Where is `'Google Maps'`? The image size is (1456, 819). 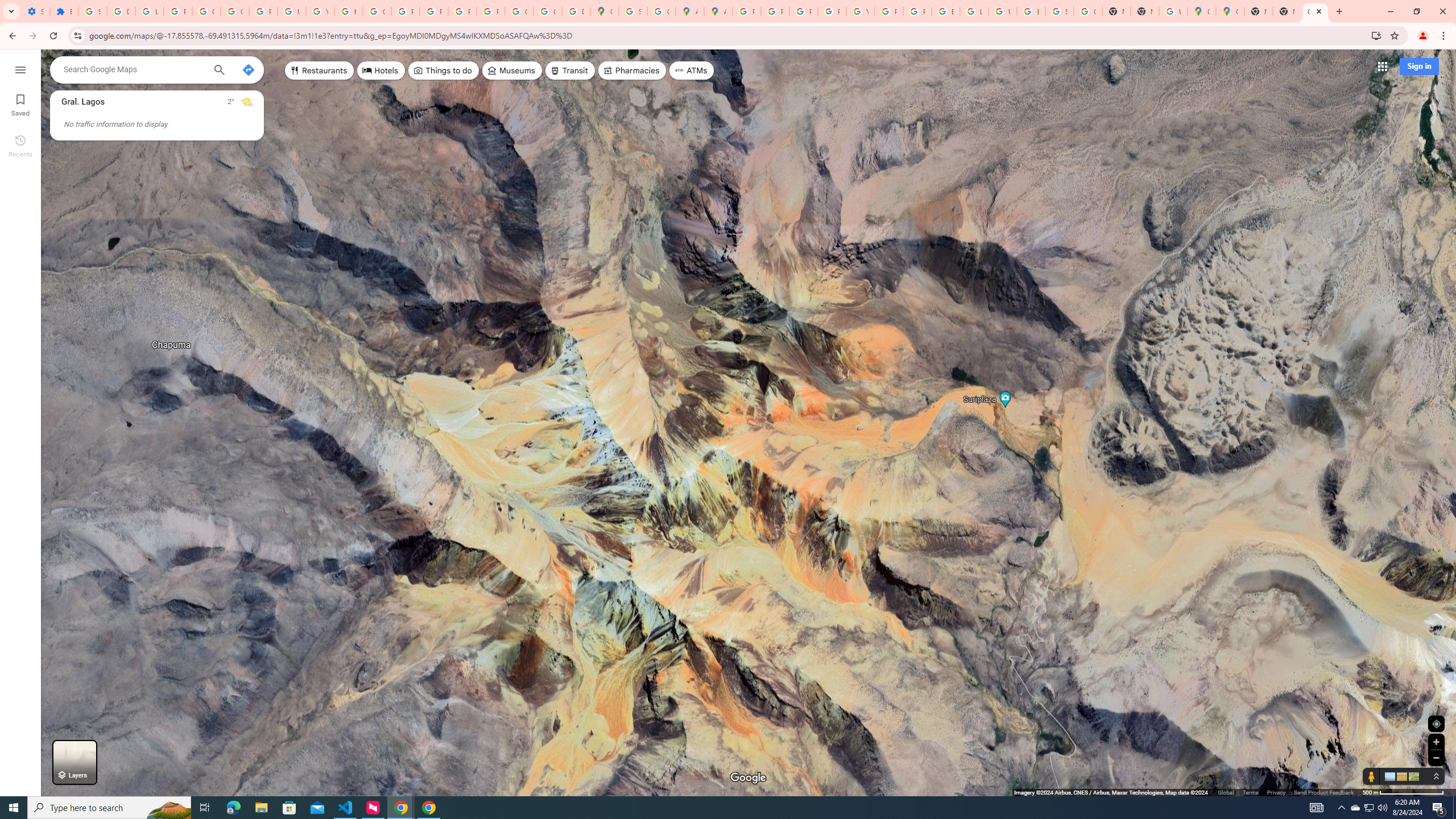
'Google Maps' is located at coordinates (1230, 11).